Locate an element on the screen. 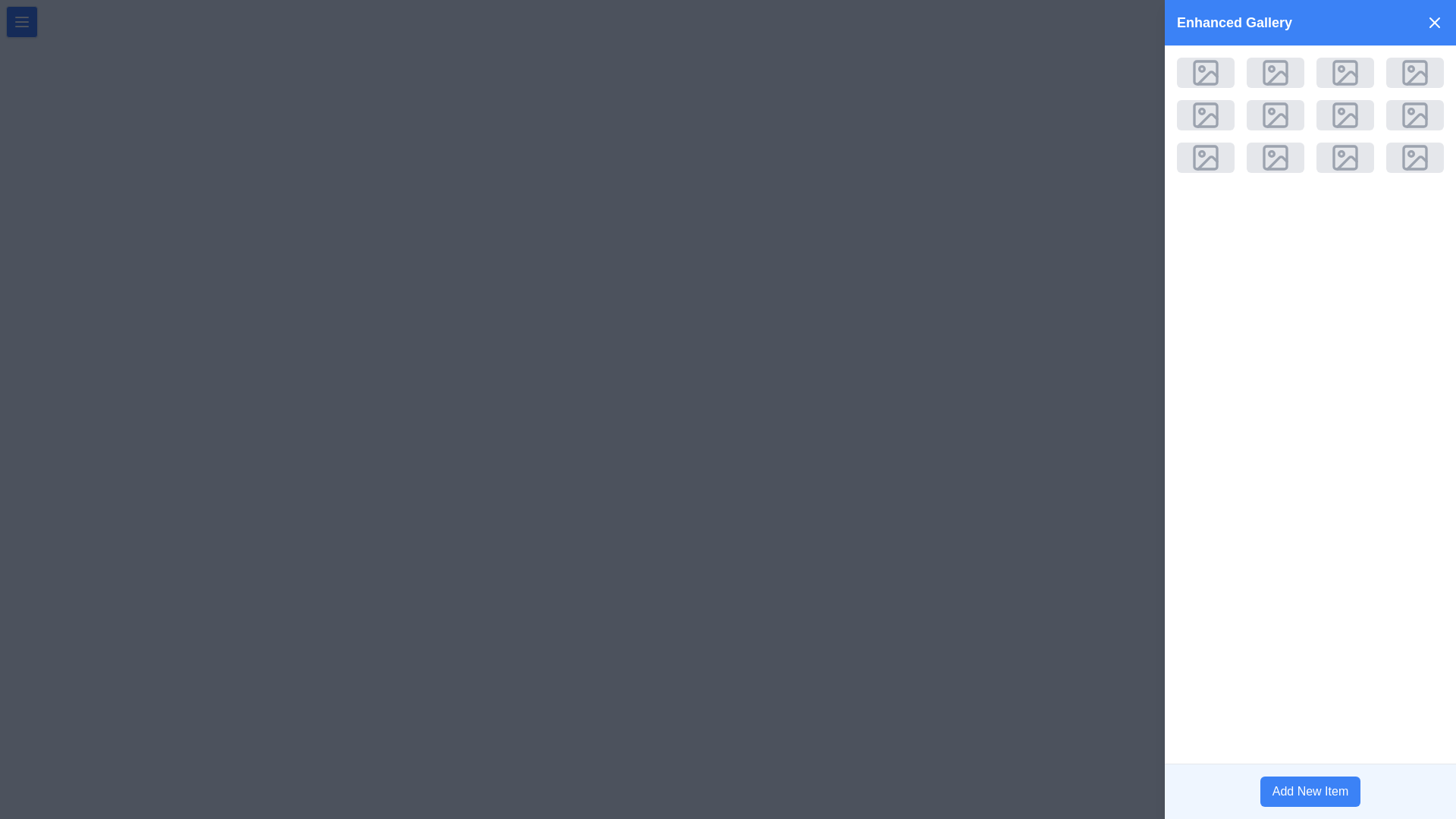  the image placeholder located in the second slot of the second row within the 'Enhanced Gallery' section to interact with it is located at coordinates (1274, 114).